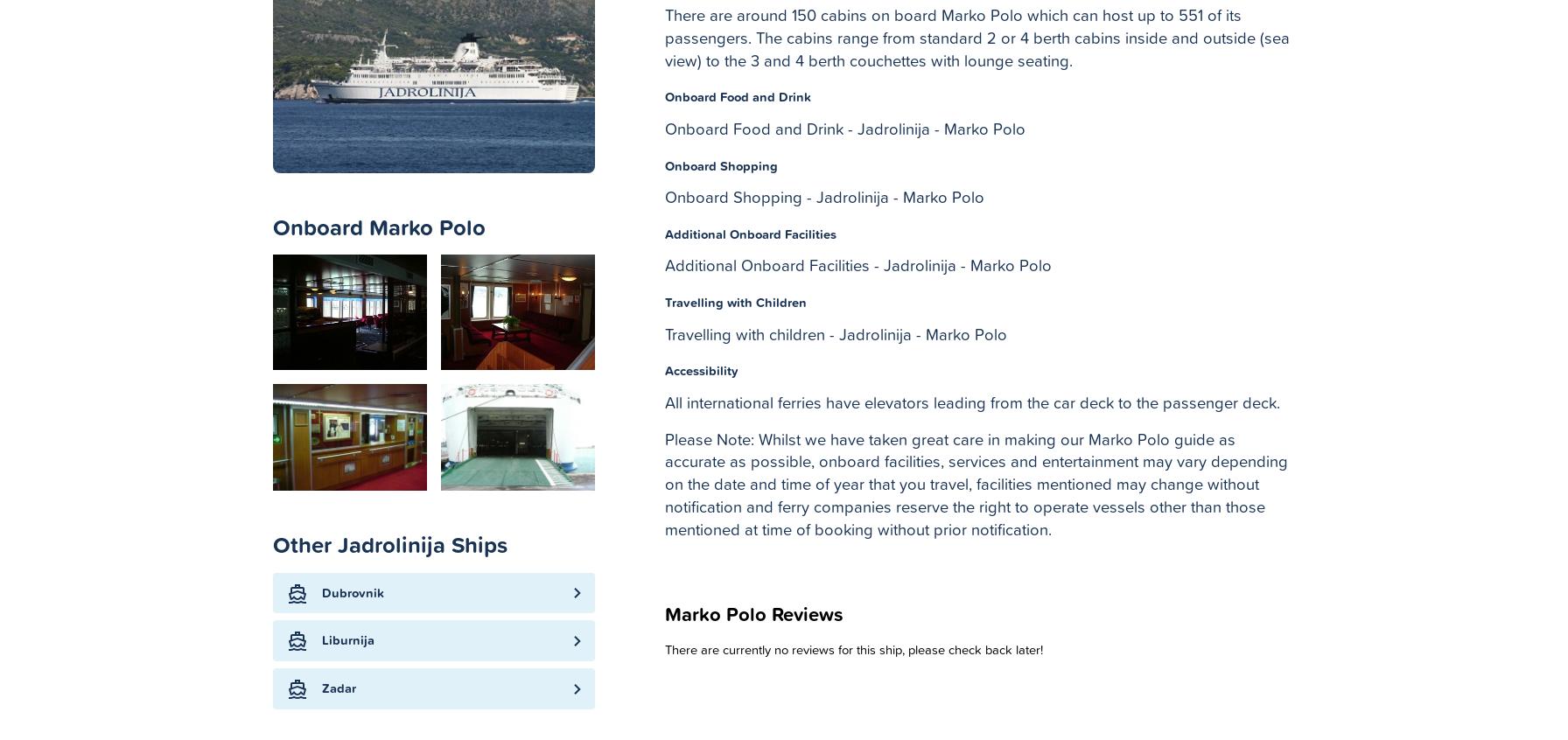 The height and width of the screenshot is (740, 1568). Describe the element at coordinates (701, 370) in the screenshot. I see `'Accessibility'` at that location.